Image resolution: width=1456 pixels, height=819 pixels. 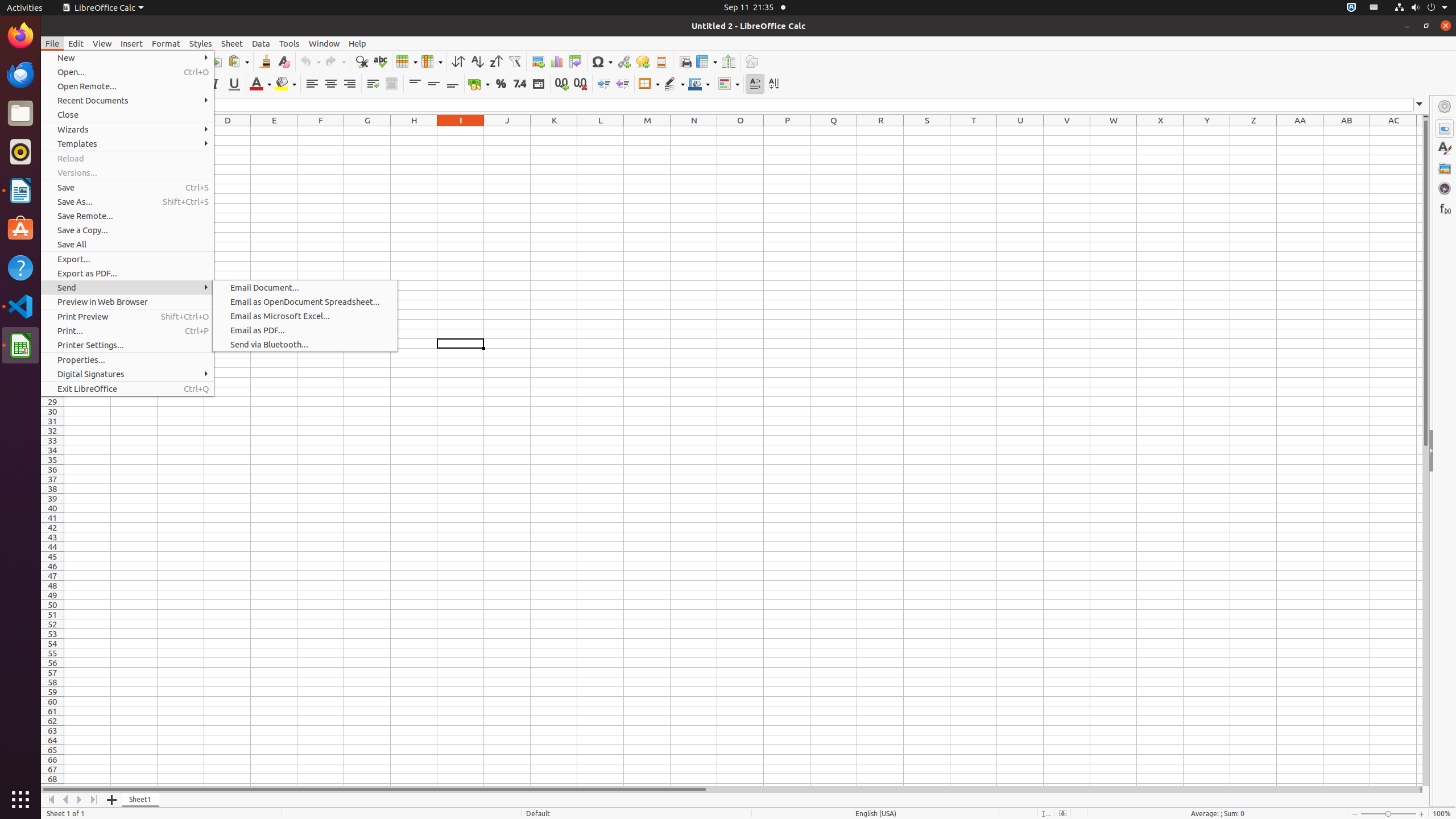 What do you see at coordinates (324, 43) in the screenshot?
I see `'Window'` at bounding box center [324, 43].